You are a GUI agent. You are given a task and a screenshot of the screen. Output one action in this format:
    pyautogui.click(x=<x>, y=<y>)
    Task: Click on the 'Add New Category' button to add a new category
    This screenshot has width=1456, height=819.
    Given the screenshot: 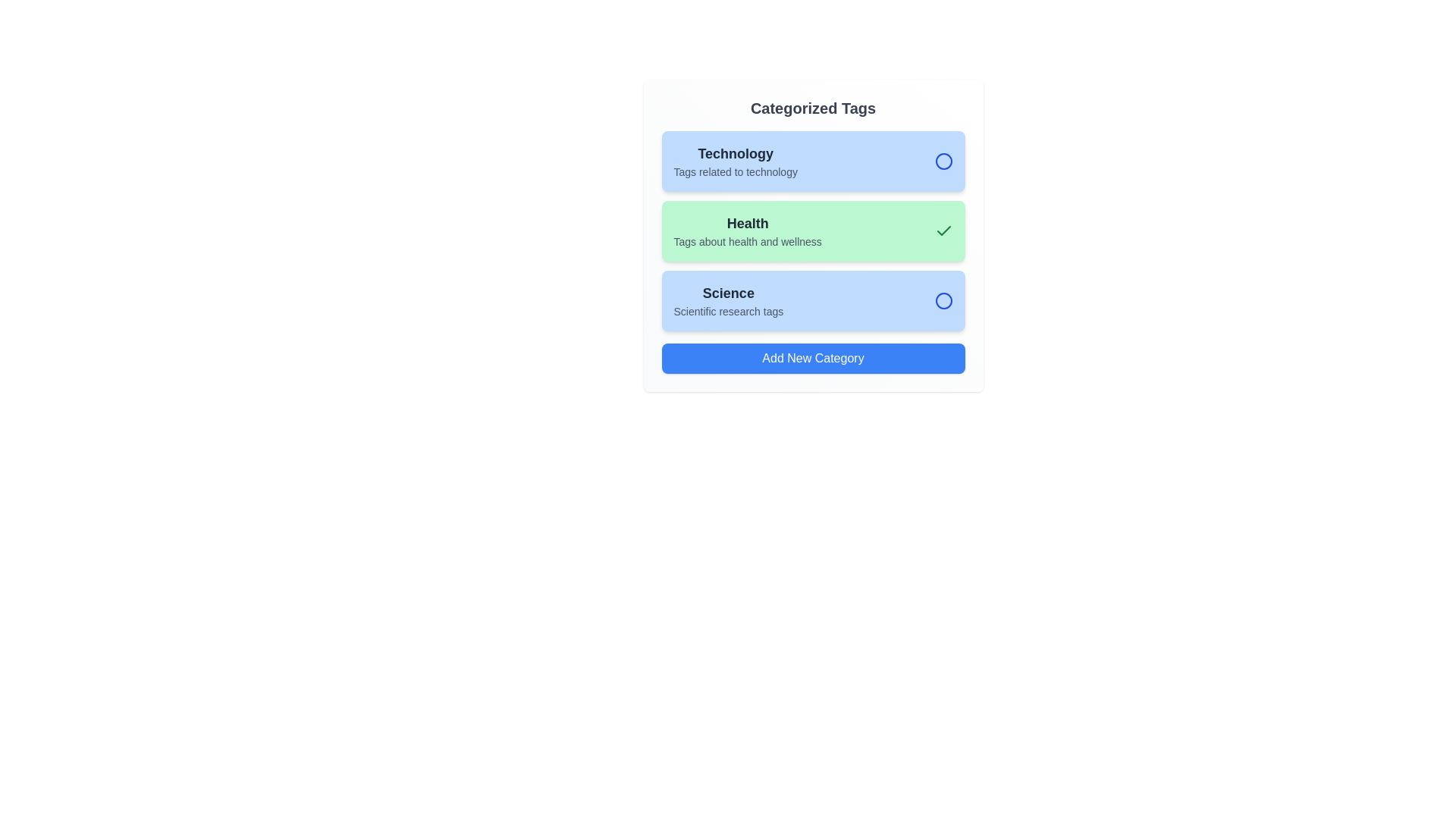 What is the action you would take?
    pyautogui.click(x=812, y=359)
    